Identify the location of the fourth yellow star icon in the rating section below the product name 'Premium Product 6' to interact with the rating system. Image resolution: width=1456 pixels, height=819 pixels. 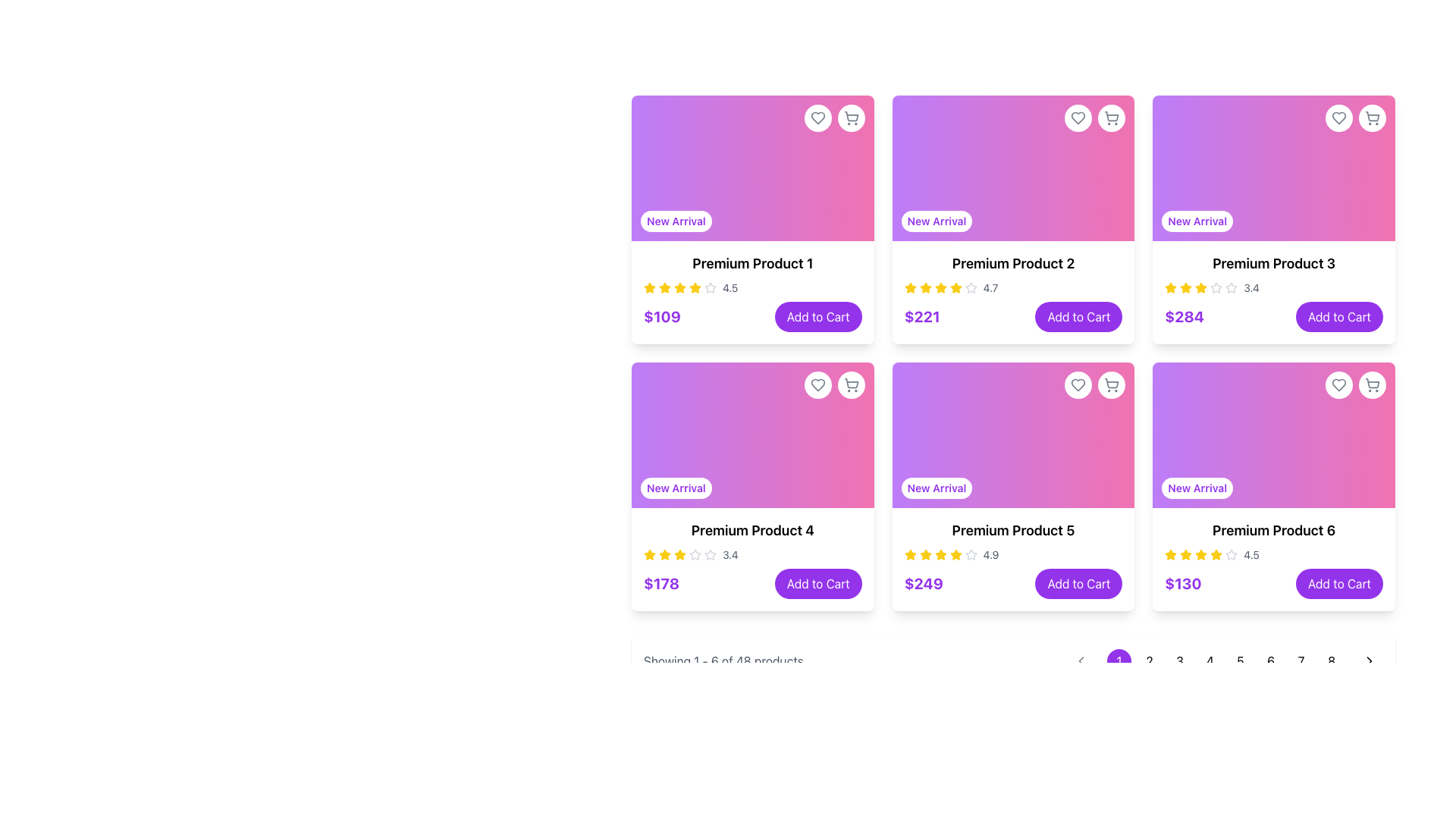
(1200, 555).